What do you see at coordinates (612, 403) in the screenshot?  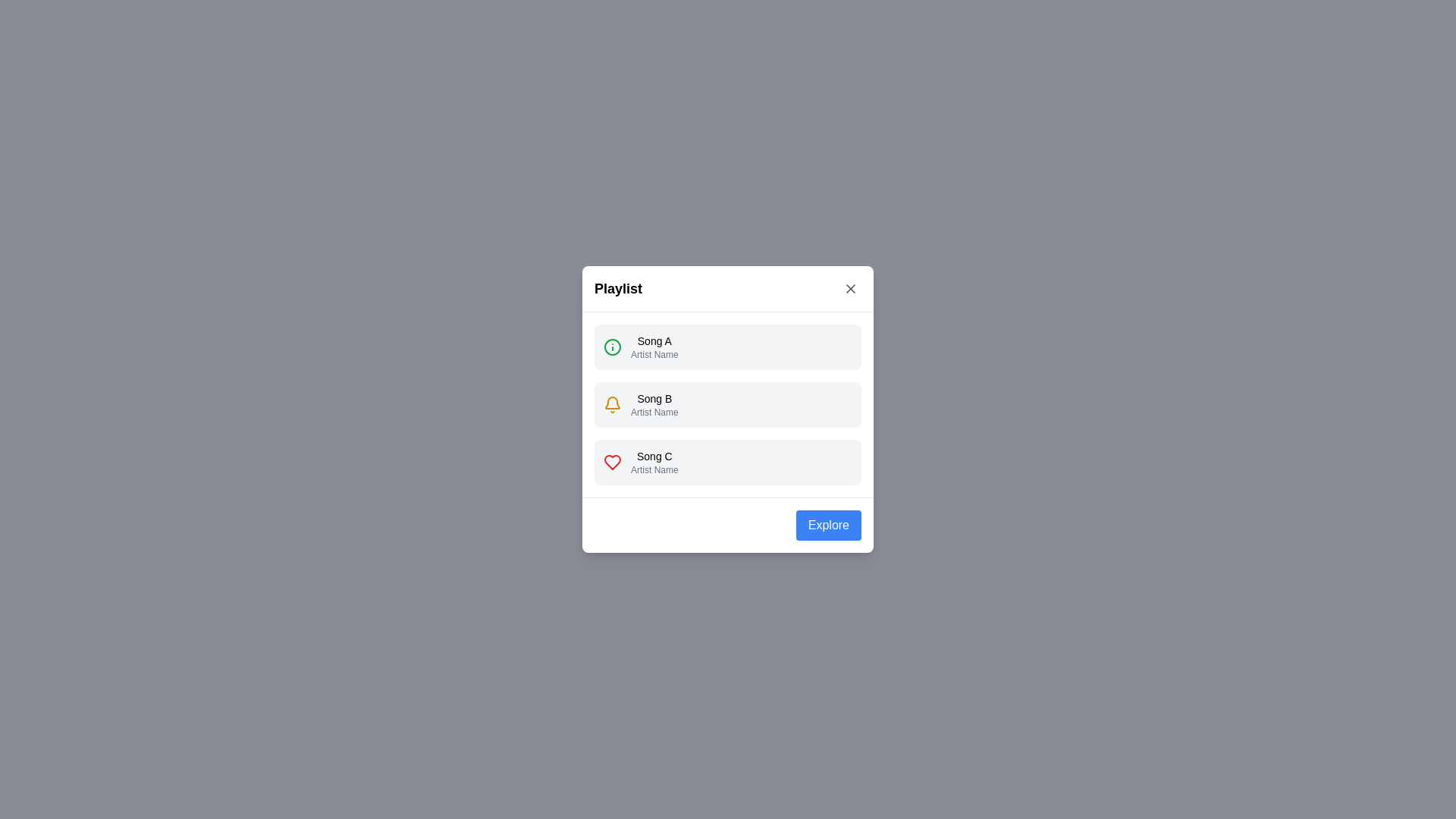 I see `the yellow bell-shaped icon representing an alert for 'Song B' by 'Artist Name', located in the second item of the playlist popup` at bounding box center [612, 403].